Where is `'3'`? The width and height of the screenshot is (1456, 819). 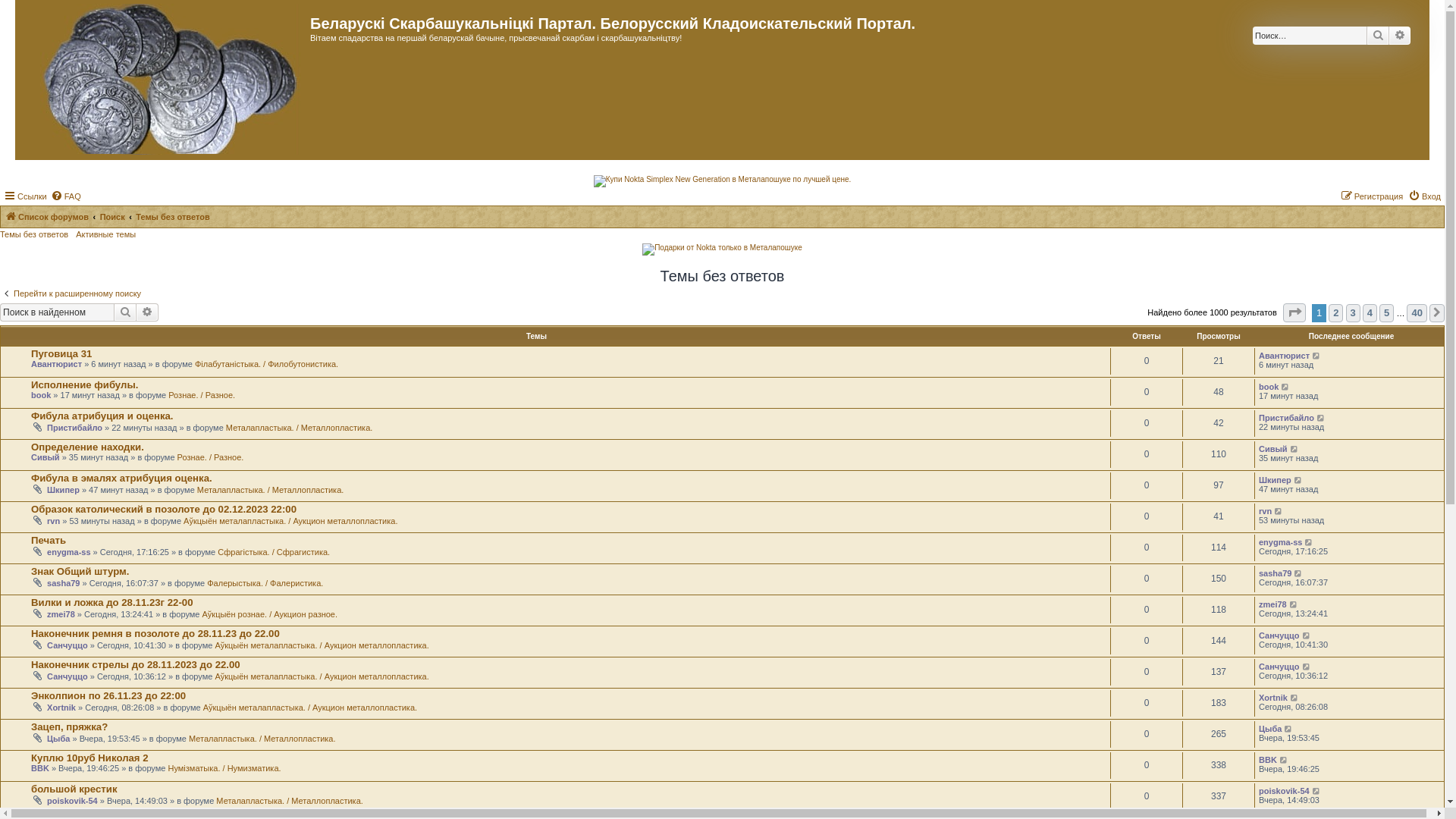 '3' is located at coordinates (1346, 312).